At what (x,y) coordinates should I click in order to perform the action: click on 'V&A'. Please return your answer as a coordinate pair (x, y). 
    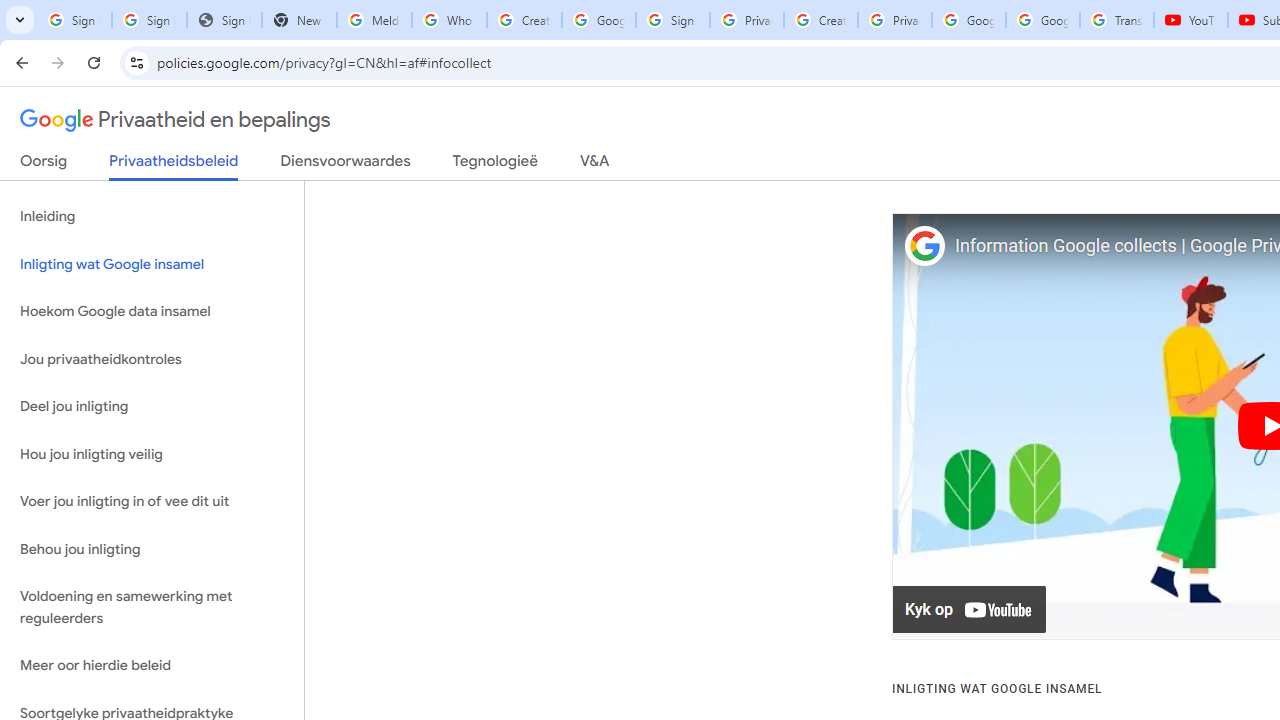
    Looking at the image, I should click on (593, 164).